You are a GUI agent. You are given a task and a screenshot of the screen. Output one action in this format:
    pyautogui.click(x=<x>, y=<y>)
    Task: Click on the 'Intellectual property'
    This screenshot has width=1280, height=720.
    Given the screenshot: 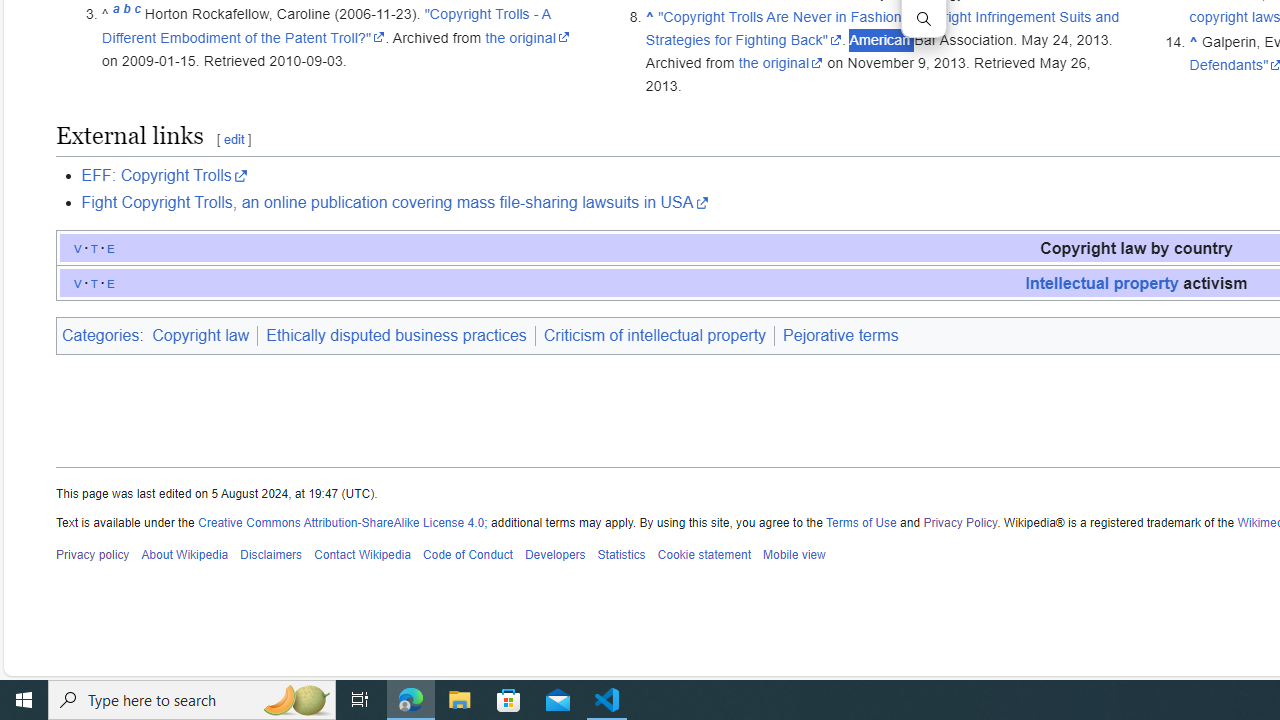 What is the action you would take?
    pyautogui.click(x=1101, y=282)
    